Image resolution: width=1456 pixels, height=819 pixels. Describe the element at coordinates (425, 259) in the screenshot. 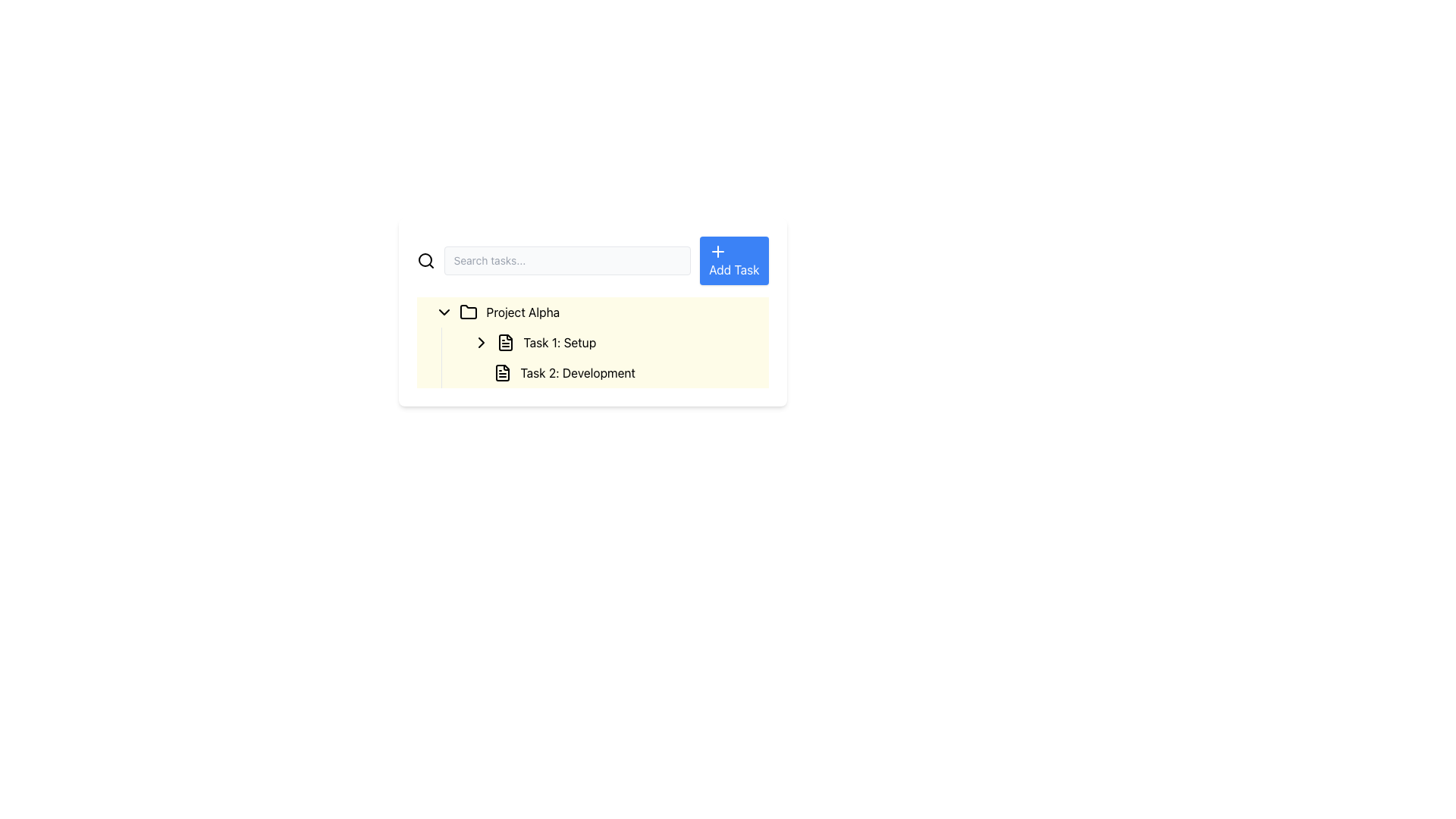

I see `the search icon represented as a magnifying glass with a circular frame, located at the leftmost side of the row containing the 'Search tasks...' input field` at that location.